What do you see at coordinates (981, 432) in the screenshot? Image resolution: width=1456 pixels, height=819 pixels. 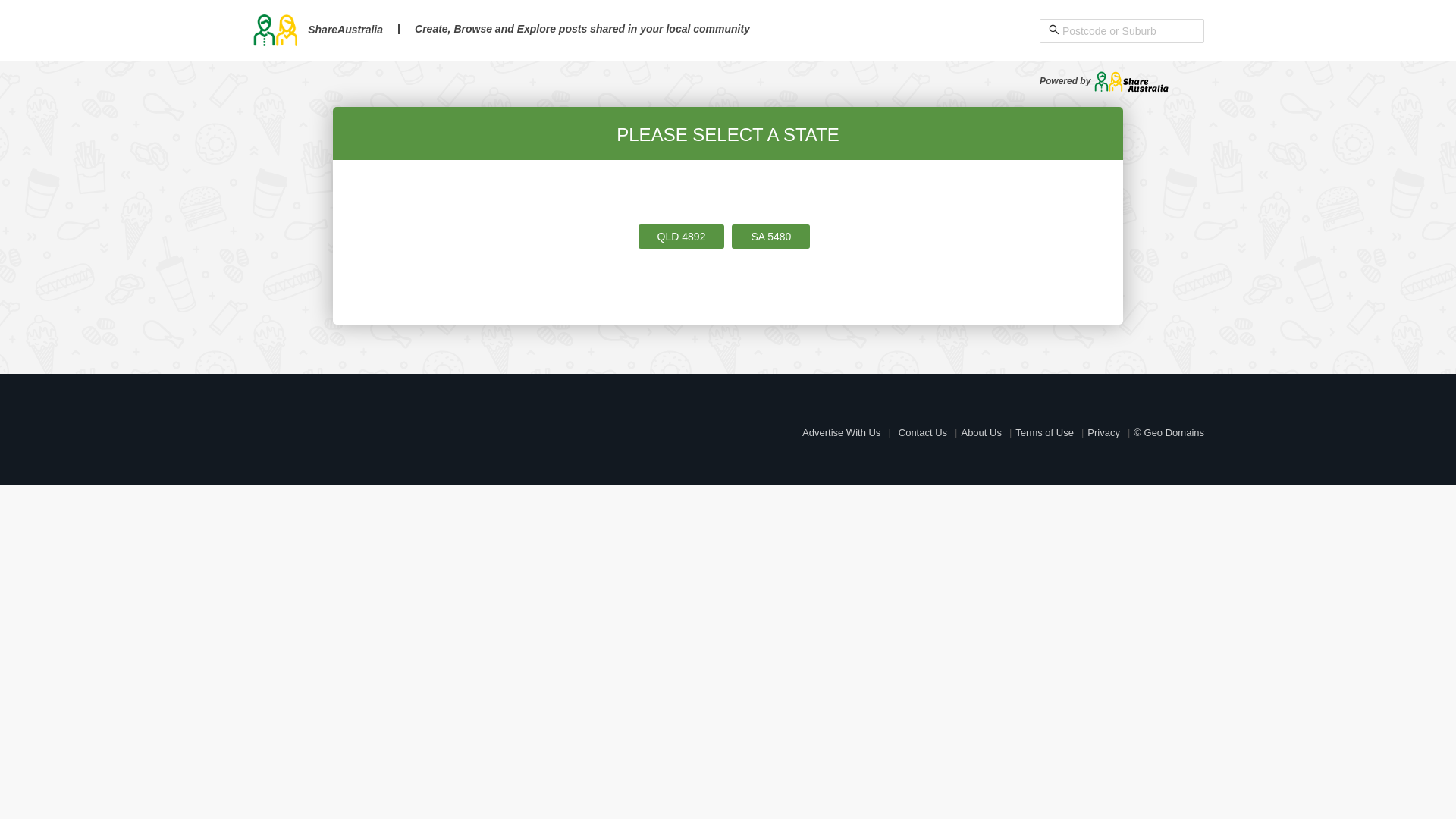 I see `'About Us'` at bounding box center [981, 432].